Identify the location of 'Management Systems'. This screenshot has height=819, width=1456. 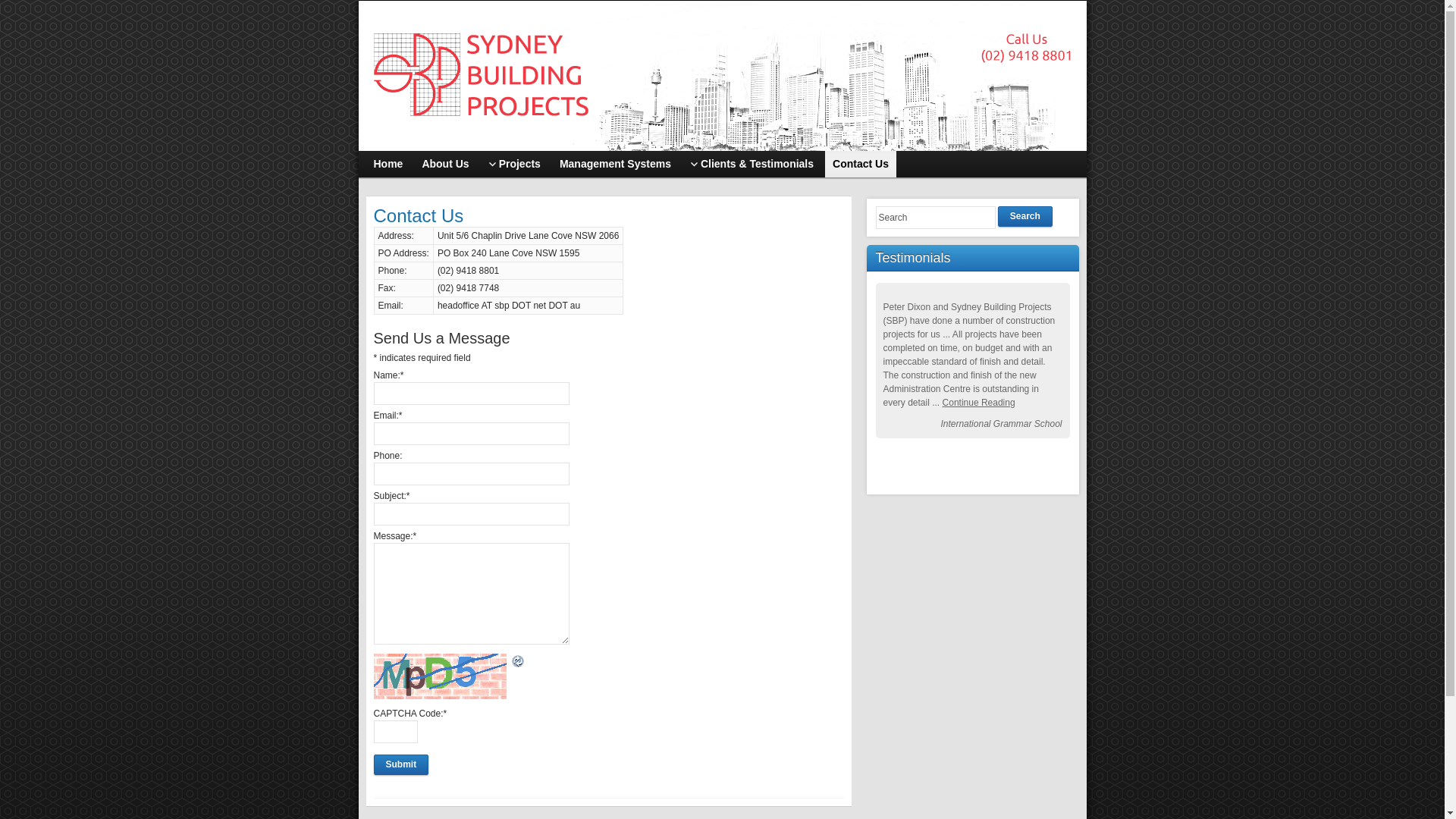
(615, 164).